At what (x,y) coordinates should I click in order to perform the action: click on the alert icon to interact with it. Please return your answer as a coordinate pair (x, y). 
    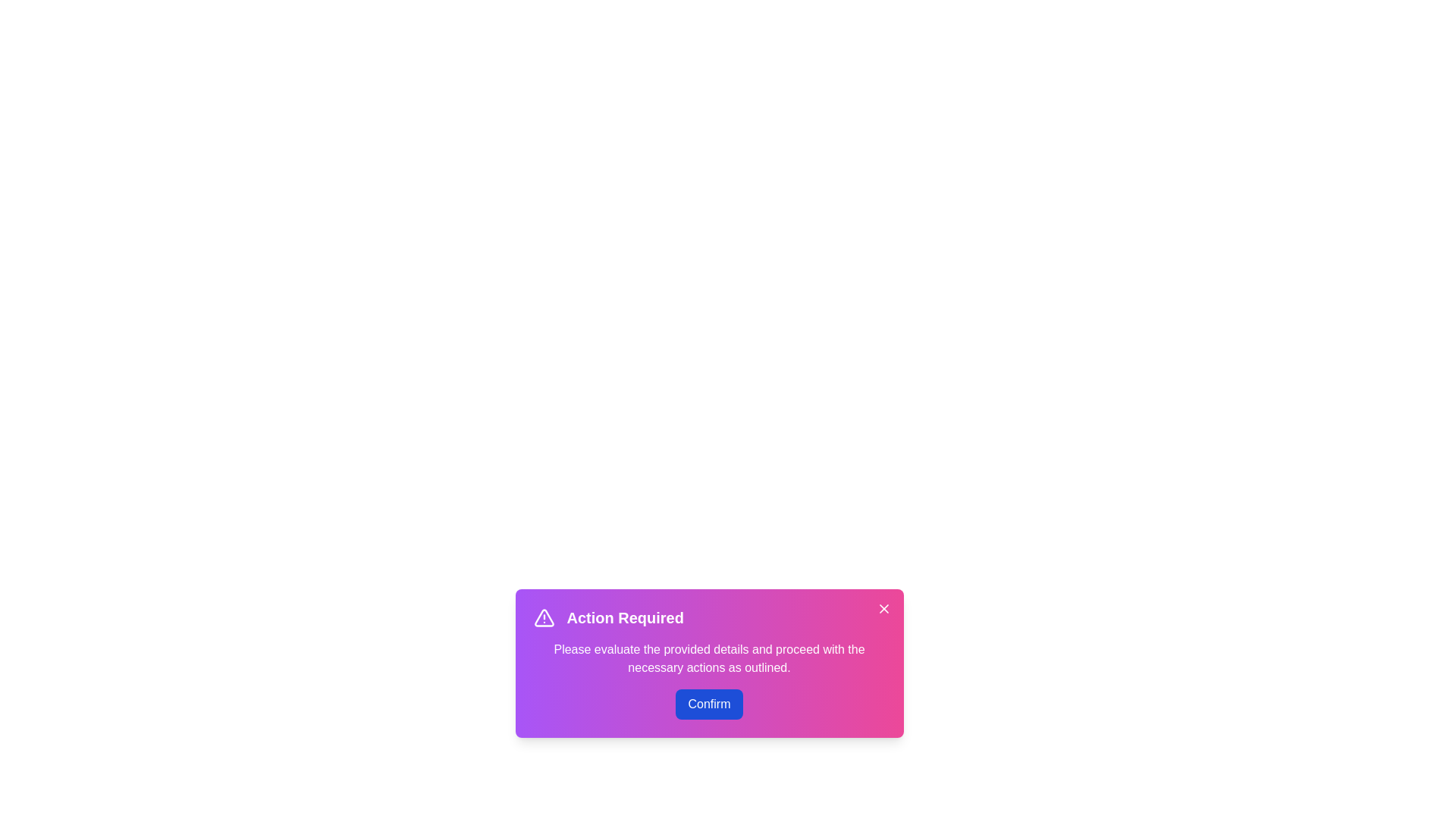
    Looking at the image, I should click on (544, 617).